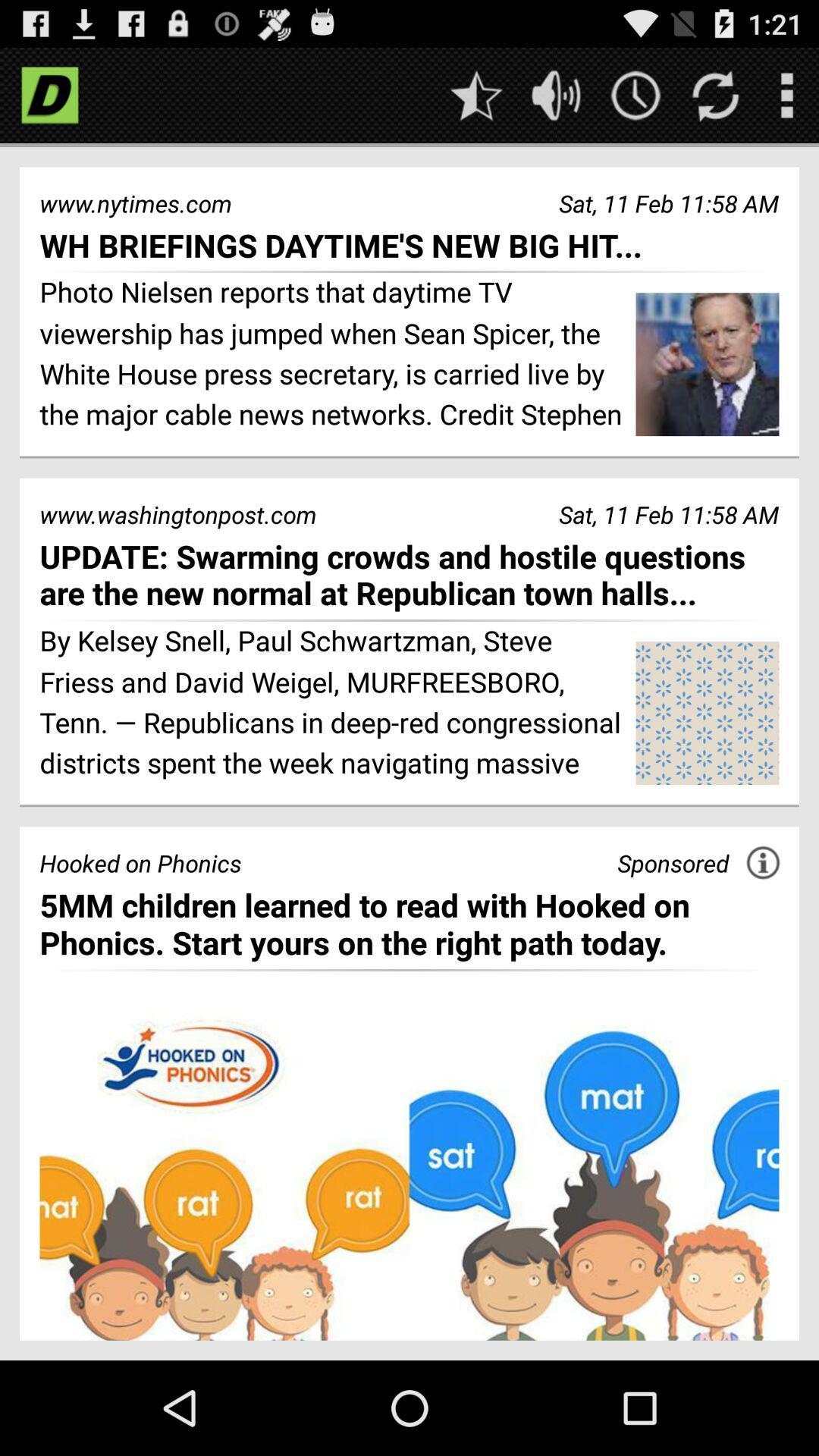 This screenshot has height=1456, width=819. What do you see at coordinates (409, 1175) in the screenshot?
I see `opens sponsors advertisement` at bounding box center [409, 1175].